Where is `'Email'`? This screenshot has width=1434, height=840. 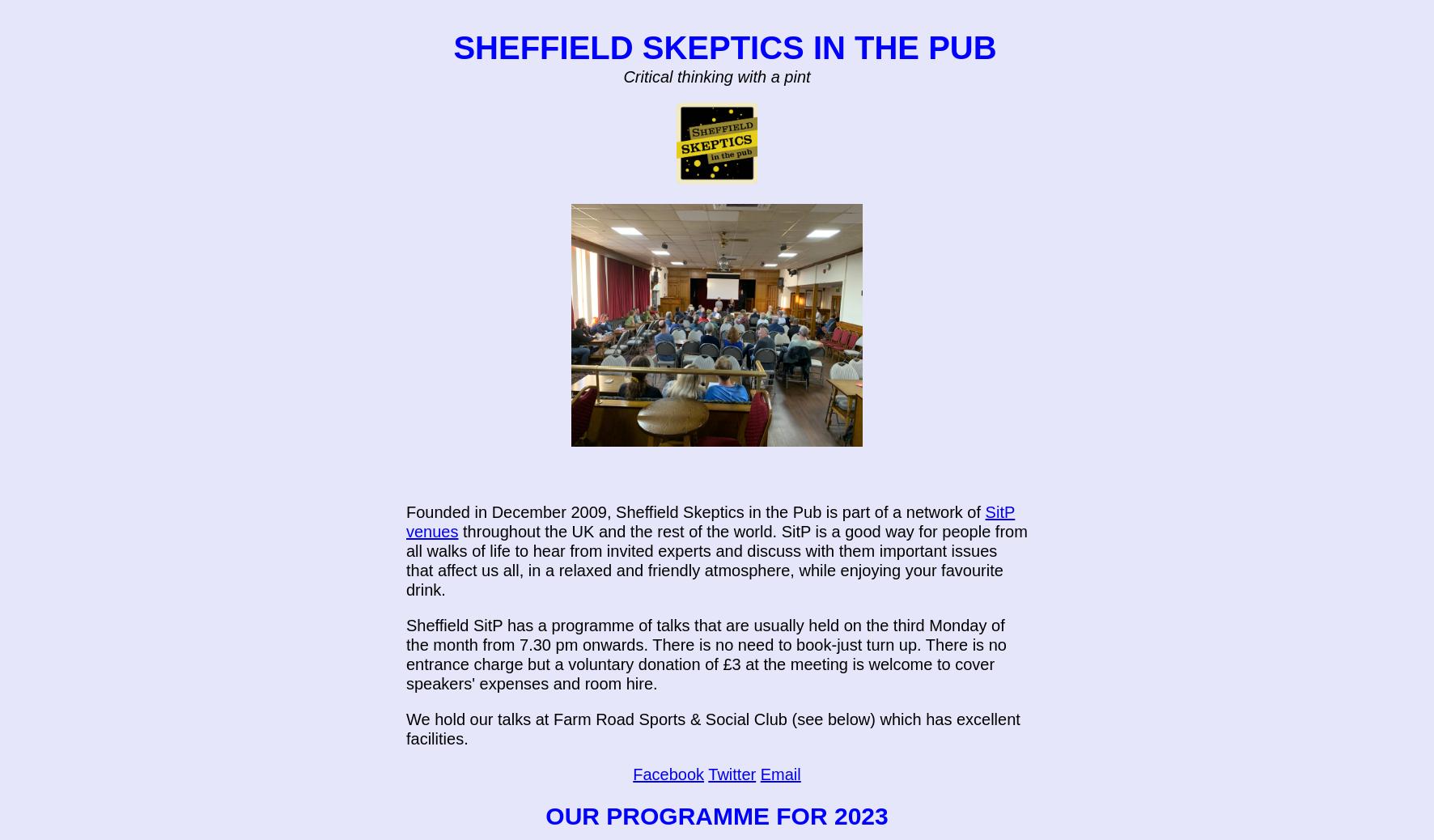 'Email' is located at coordinates (779, 773).